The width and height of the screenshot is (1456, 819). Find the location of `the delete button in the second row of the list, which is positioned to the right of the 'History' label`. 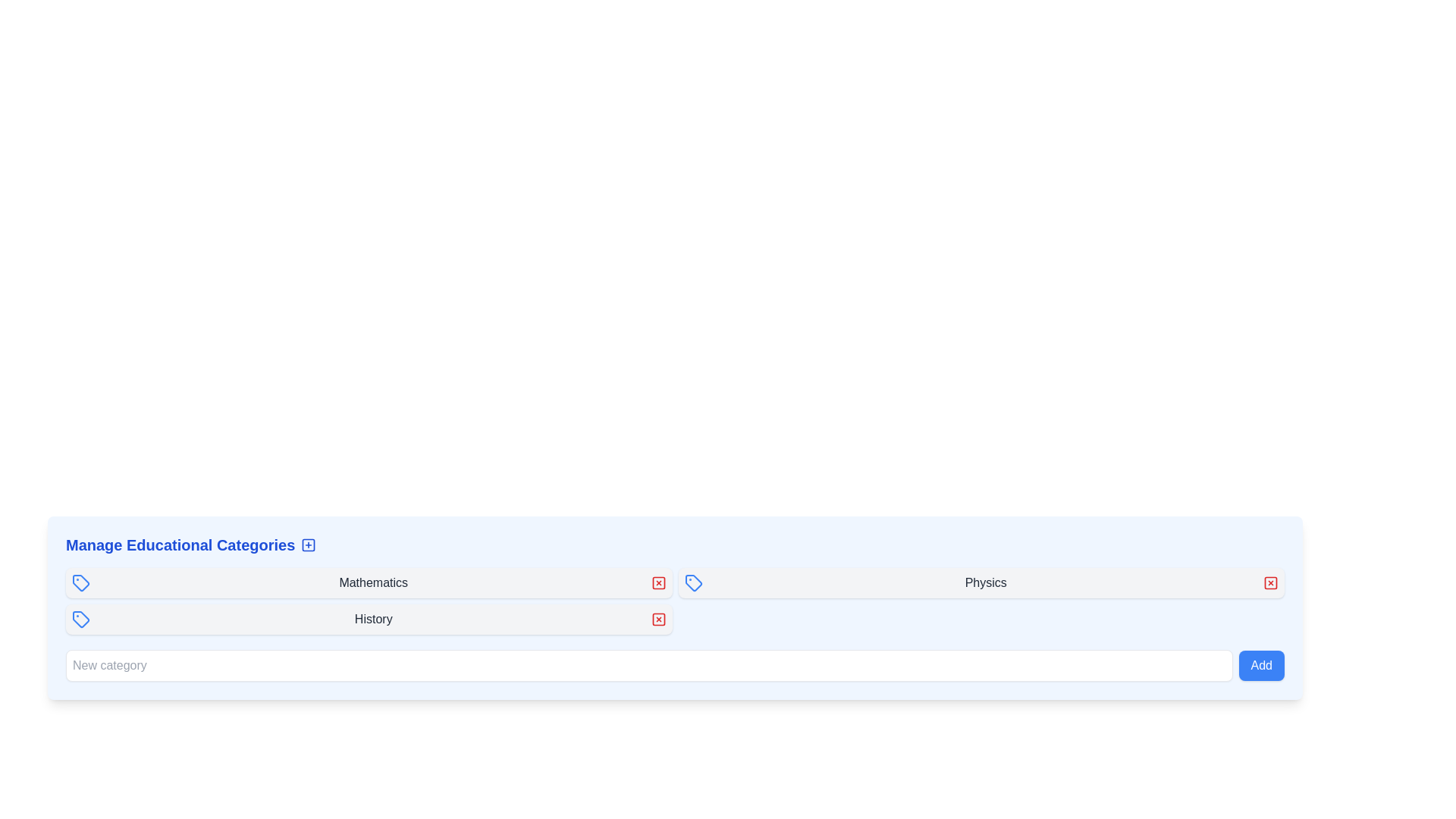

the delete button in the second row of the list, which is positioned to the right of the 'History' label is located at coordinates (658, 620).